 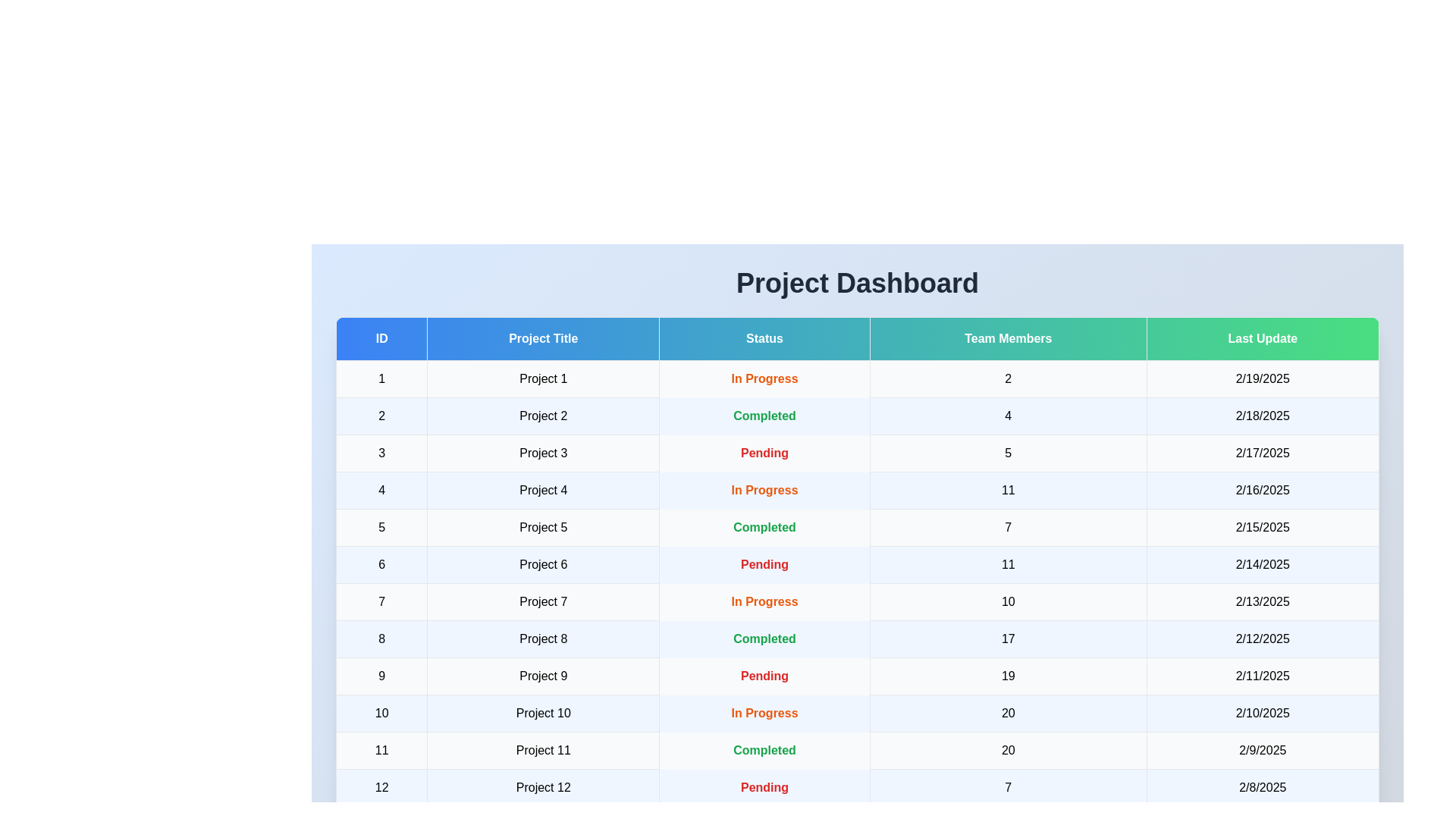 I want to click on the column header to sort the table by Project Title, so click(x=543, y=338).